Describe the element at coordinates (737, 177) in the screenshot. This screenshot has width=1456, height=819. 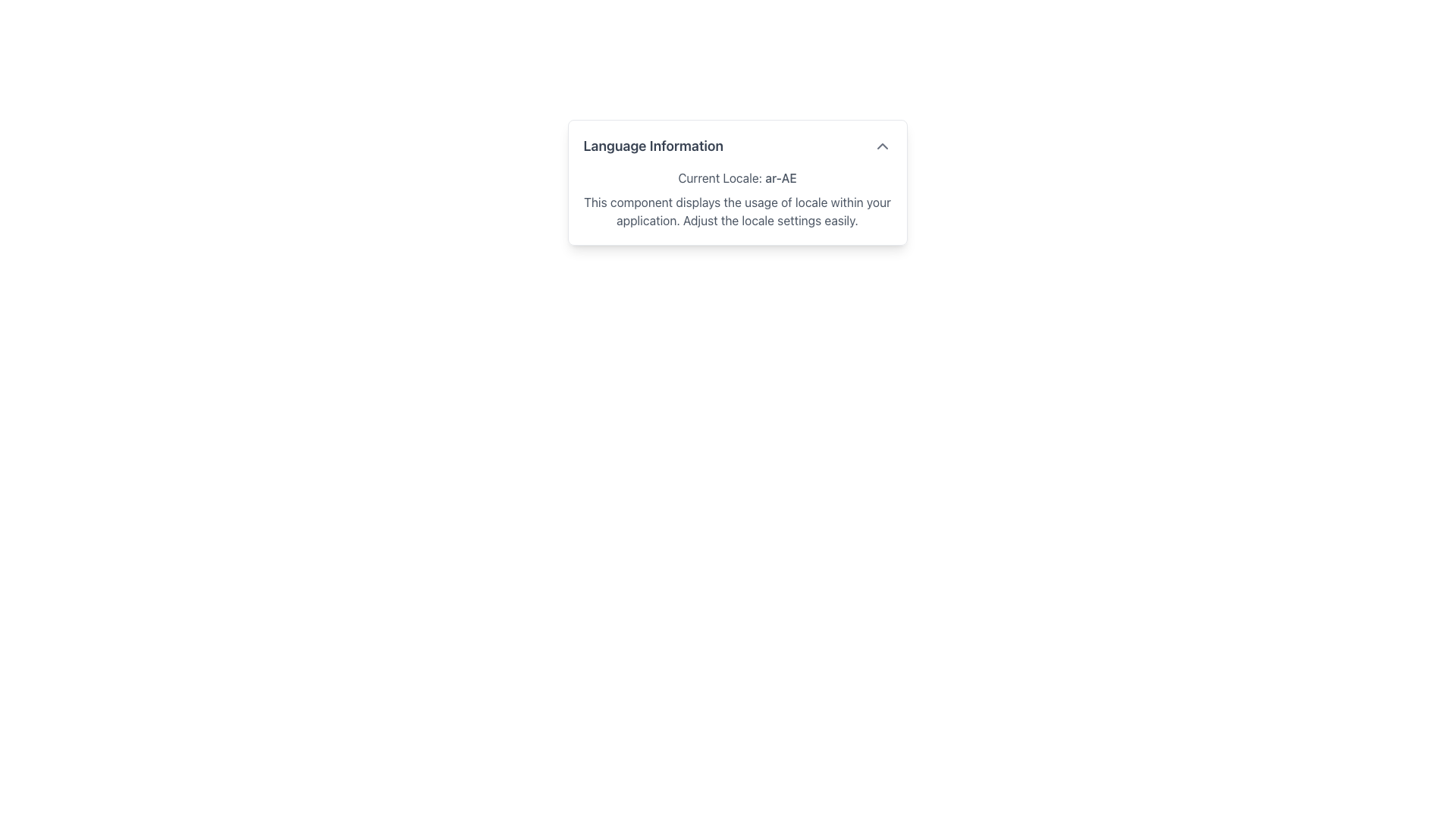
I see `the Text Label displaying the current application locale setting 'ar-AE', located below the title 'Language Information'` at that location.